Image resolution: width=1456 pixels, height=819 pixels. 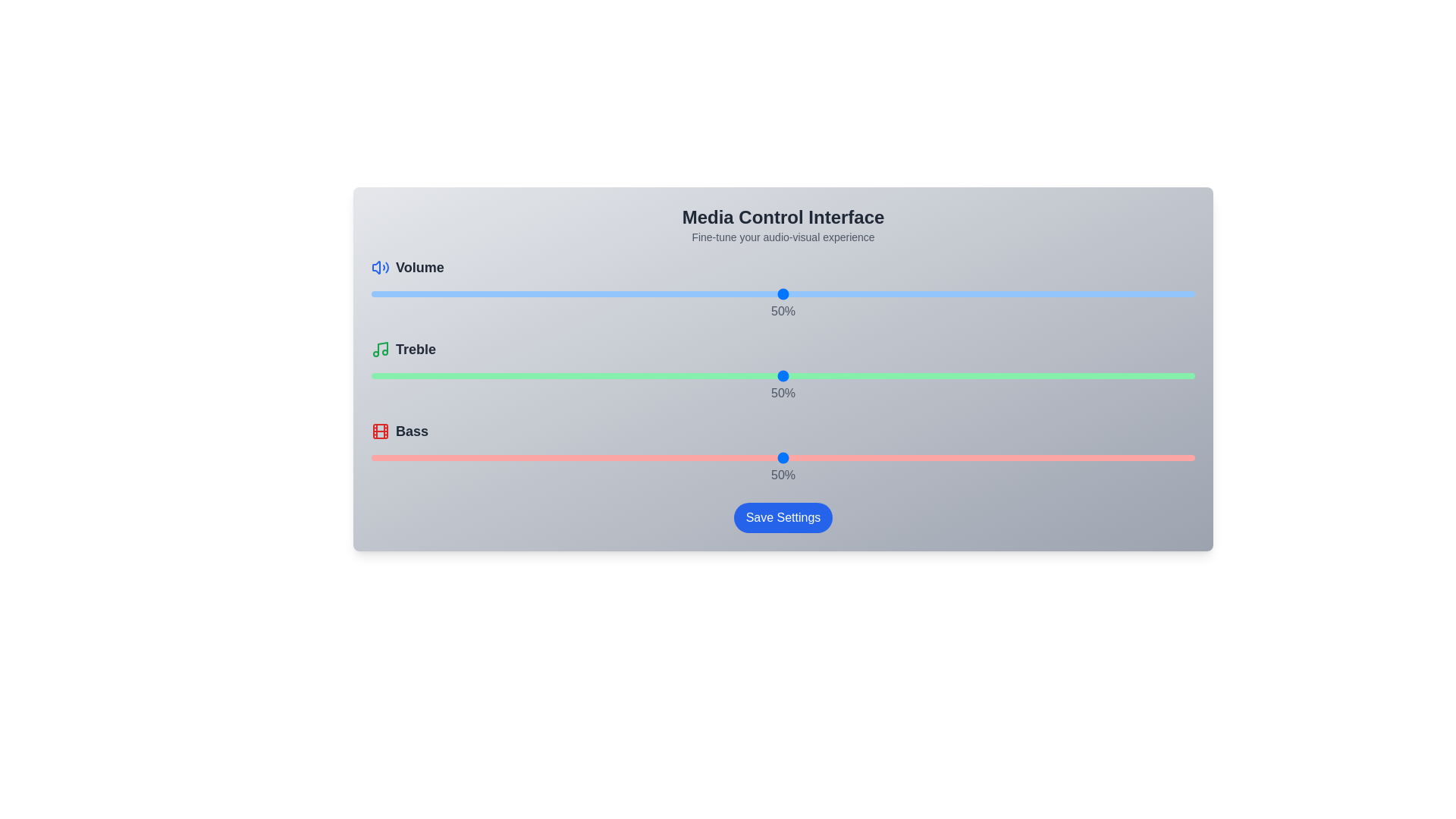 I want to click on the slider value, so click(x=832, y=375).